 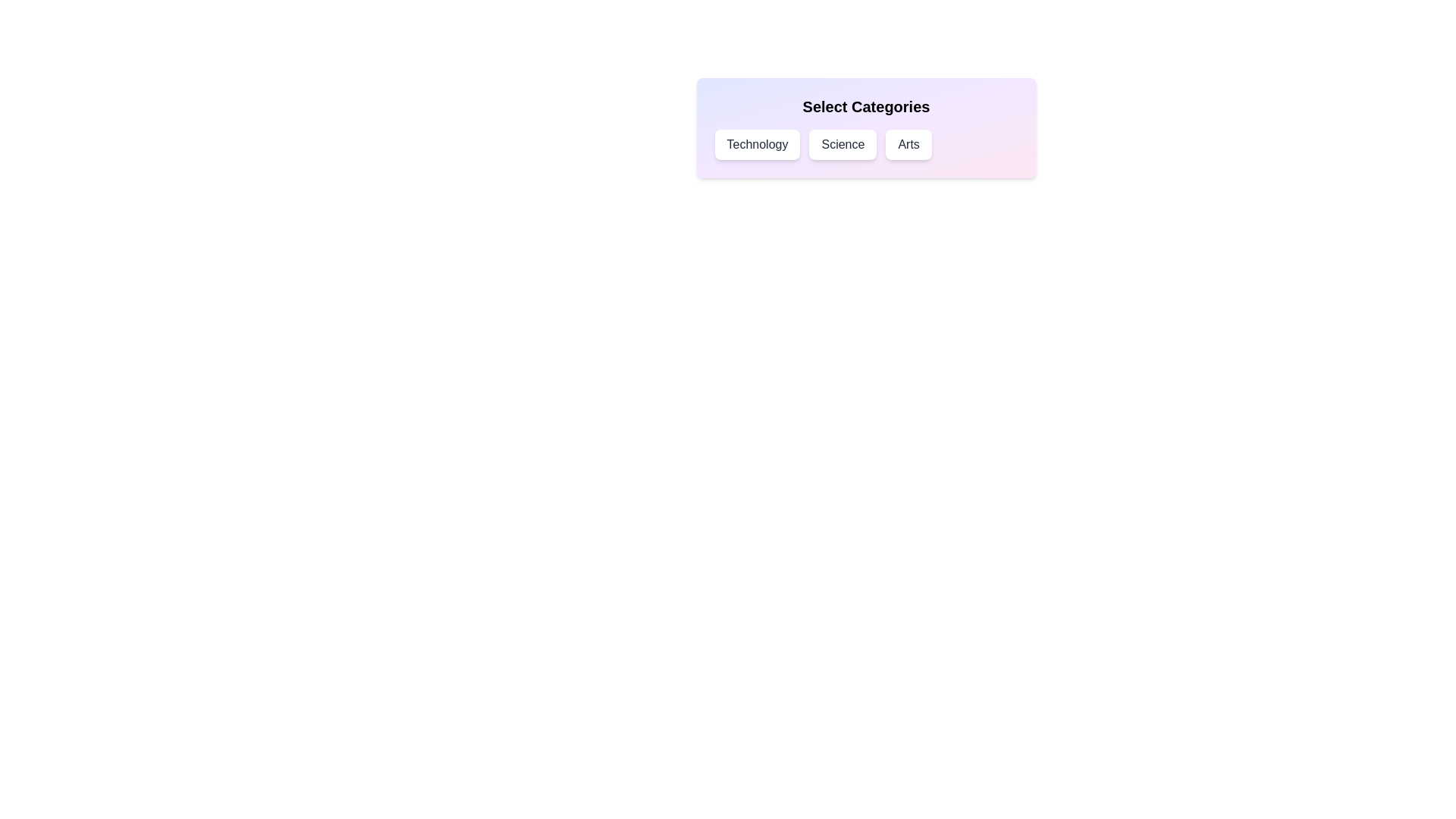 I want to click on the Science chip to toggle its selection state, so click(x=842, y=145).